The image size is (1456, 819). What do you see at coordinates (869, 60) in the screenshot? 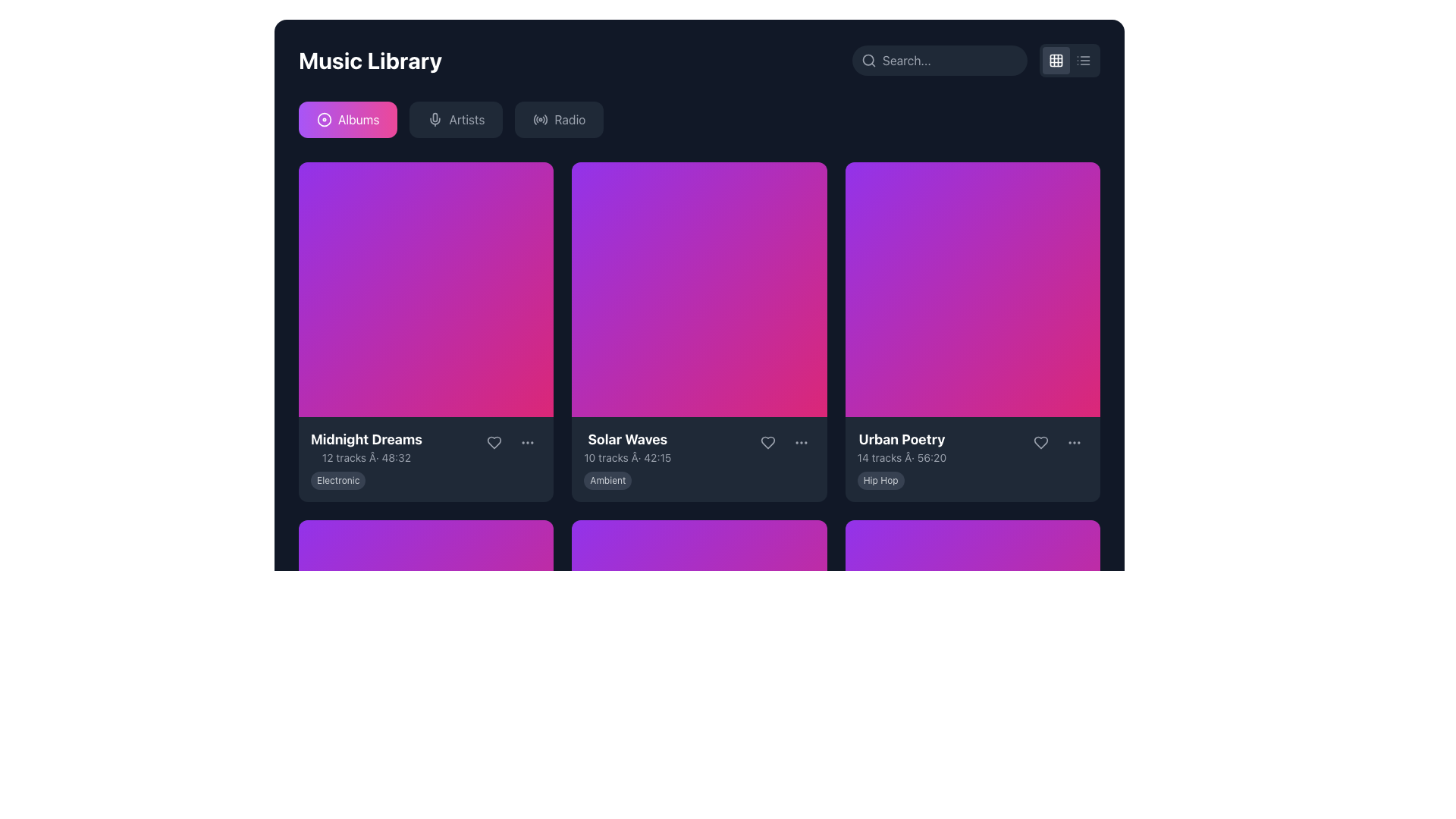
I see `the search icon located at the top-right corner of the application interface, which visually represents the search feature and precedes the text input field` at bounding box center [869, 60].